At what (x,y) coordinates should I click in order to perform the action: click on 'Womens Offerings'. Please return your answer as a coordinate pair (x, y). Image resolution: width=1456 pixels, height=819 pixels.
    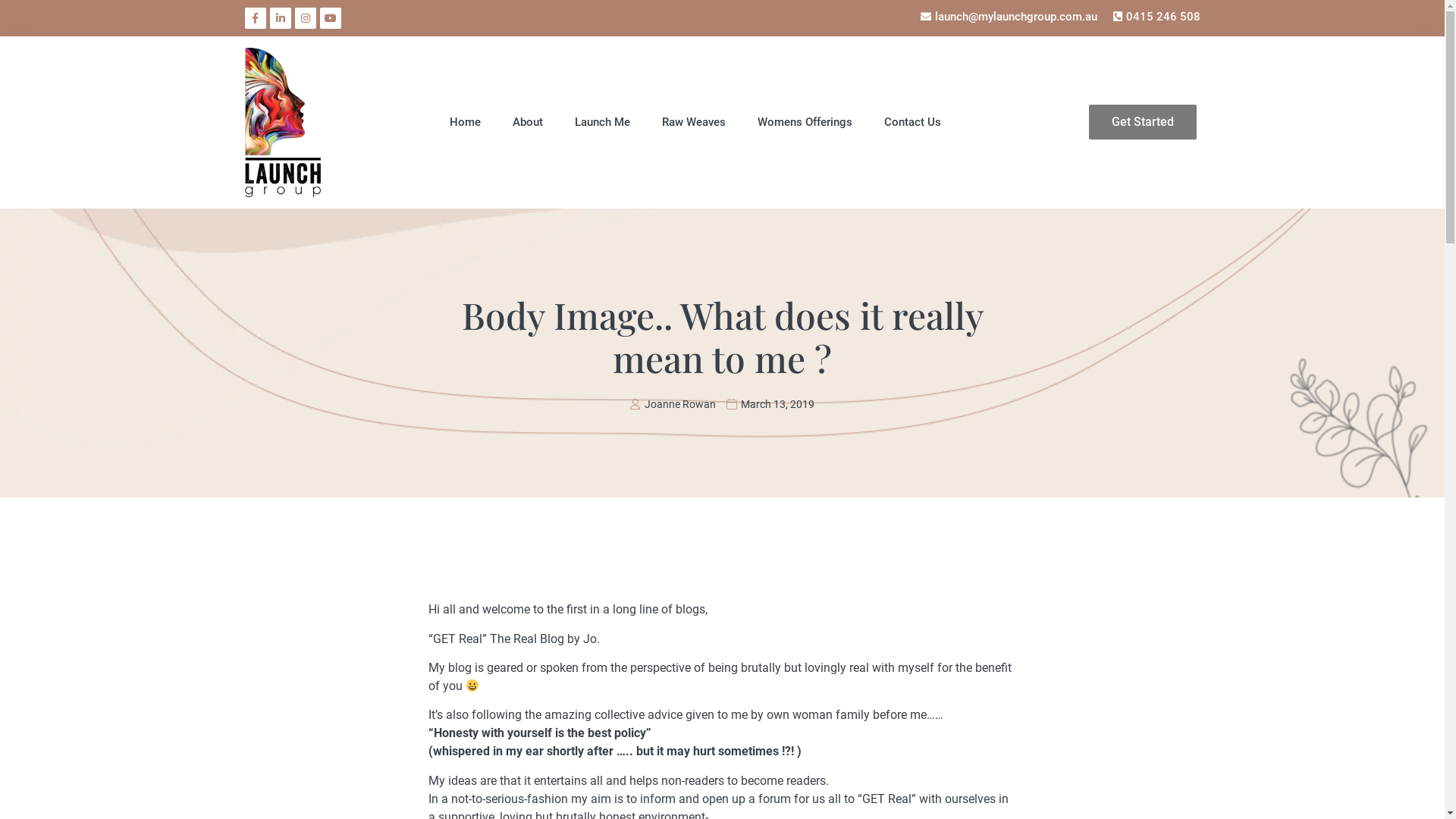
    Looking at the image, I should click on (757, 121).